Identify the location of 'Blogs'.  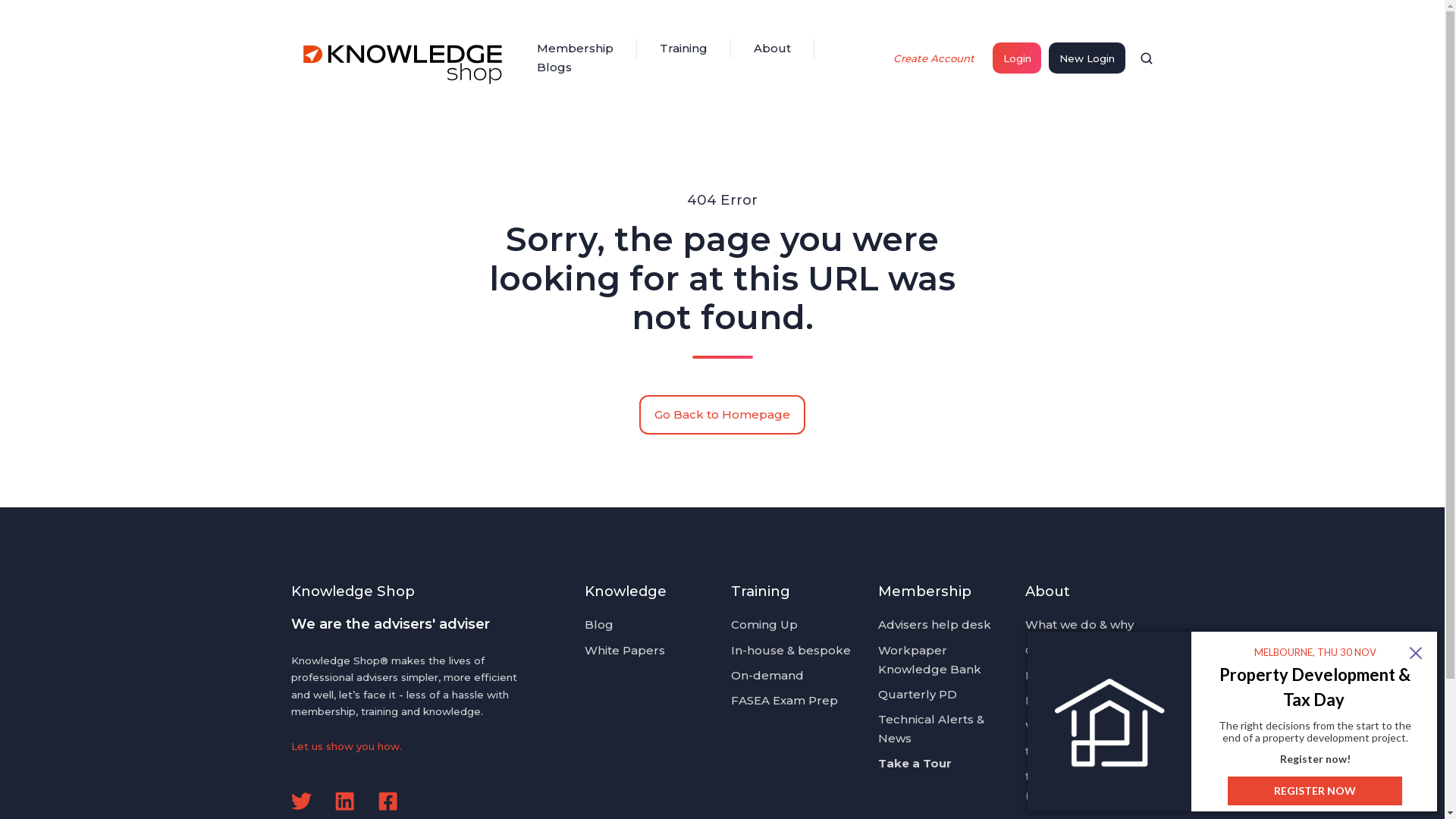
(553, 67).